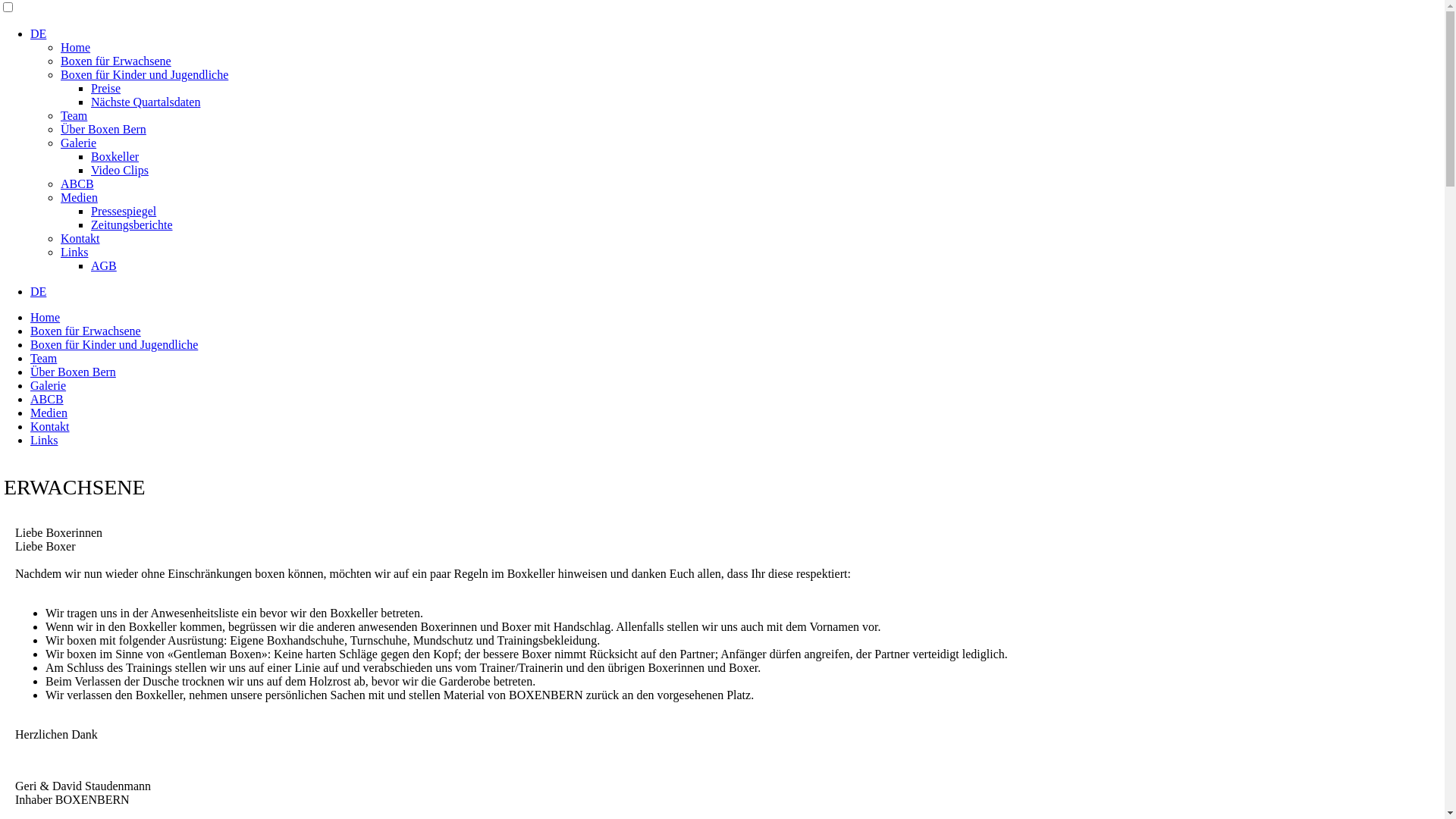 The height and width of the screenshot is (819, 1456). I want to click on 'Kontakt', so click(50, 426).